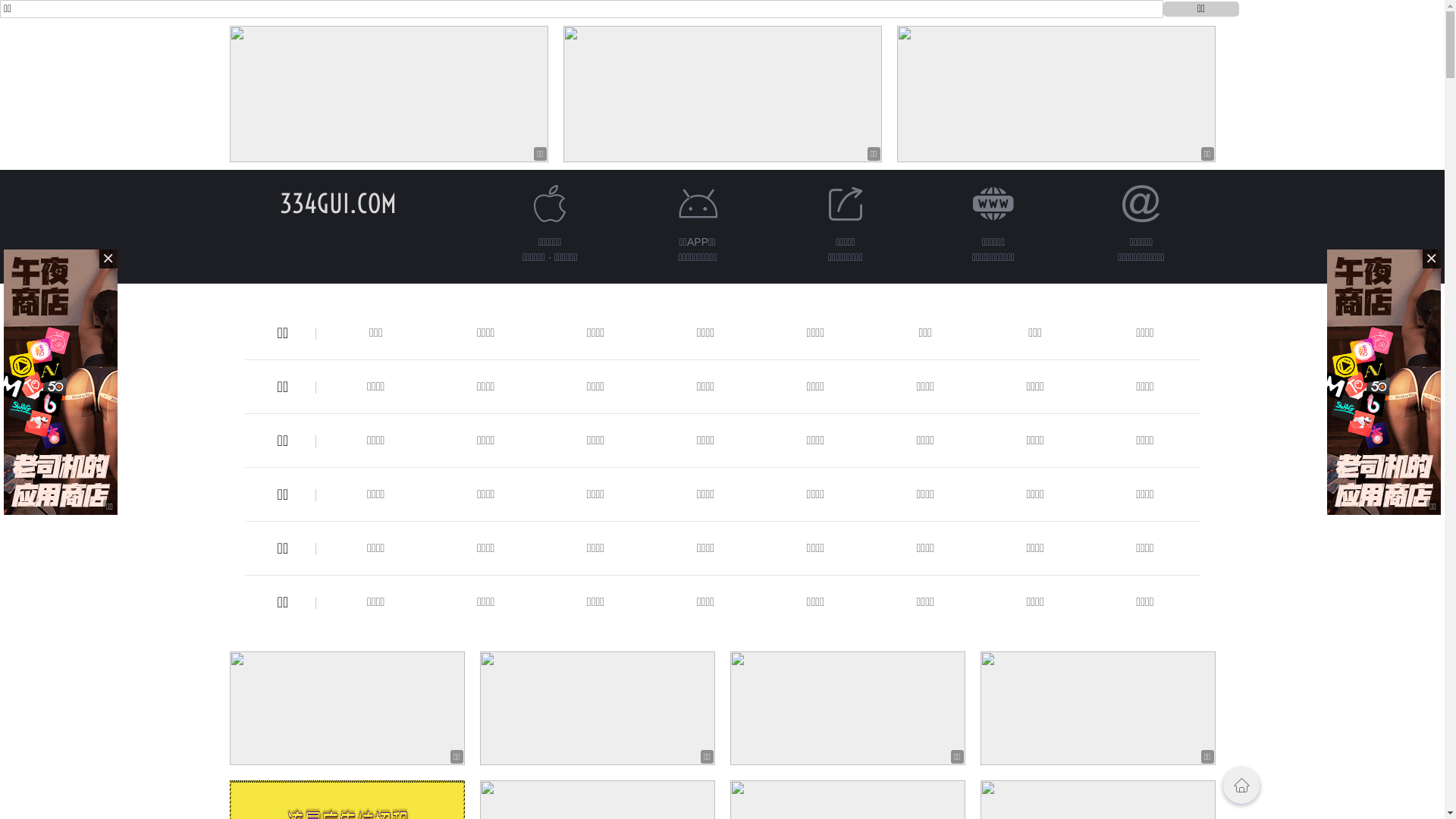 The height and width of the screenshot is (819, 1456). Describe the element at coordinates (279, 202) in the screenshot. I see `'334GUI.COM'` at that location.